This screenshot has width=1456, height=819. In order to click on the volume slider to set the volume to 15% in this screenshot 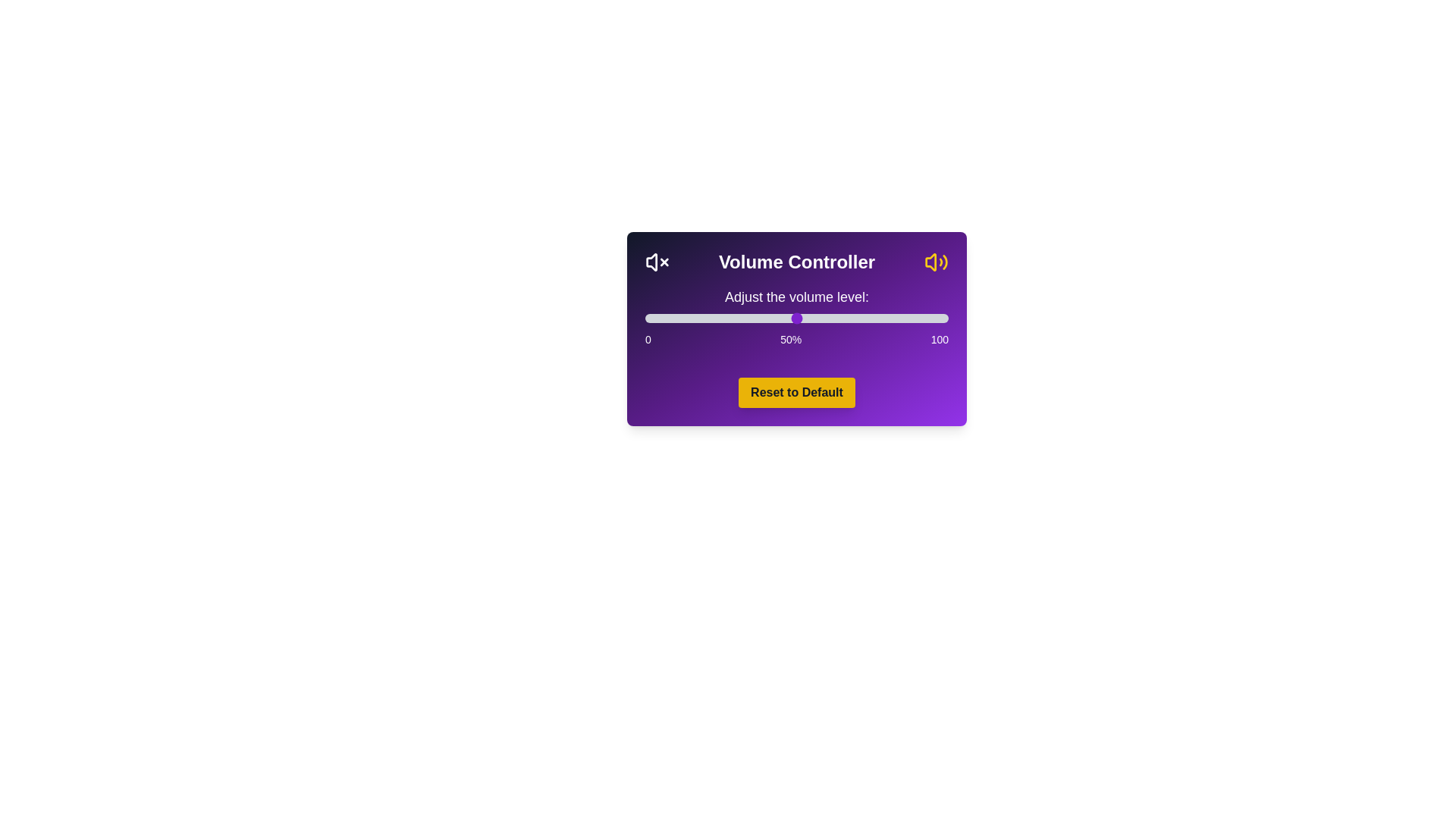, I will do `click(690, 318)`.